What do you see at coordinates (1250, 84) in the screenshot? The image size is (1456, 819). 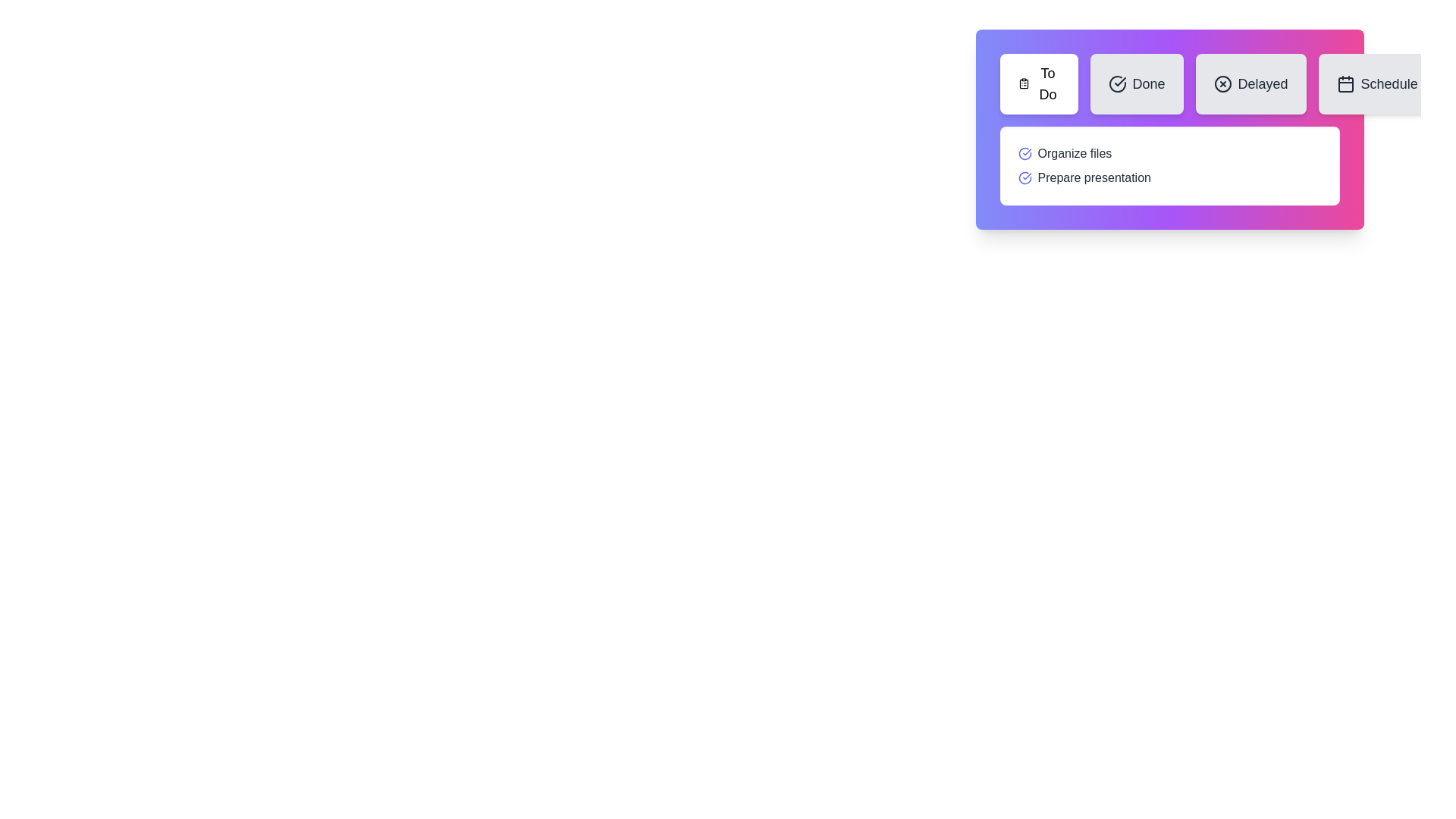 I see `the Delayed tab by clicking its respective button` at bounding box center [1250, 84].